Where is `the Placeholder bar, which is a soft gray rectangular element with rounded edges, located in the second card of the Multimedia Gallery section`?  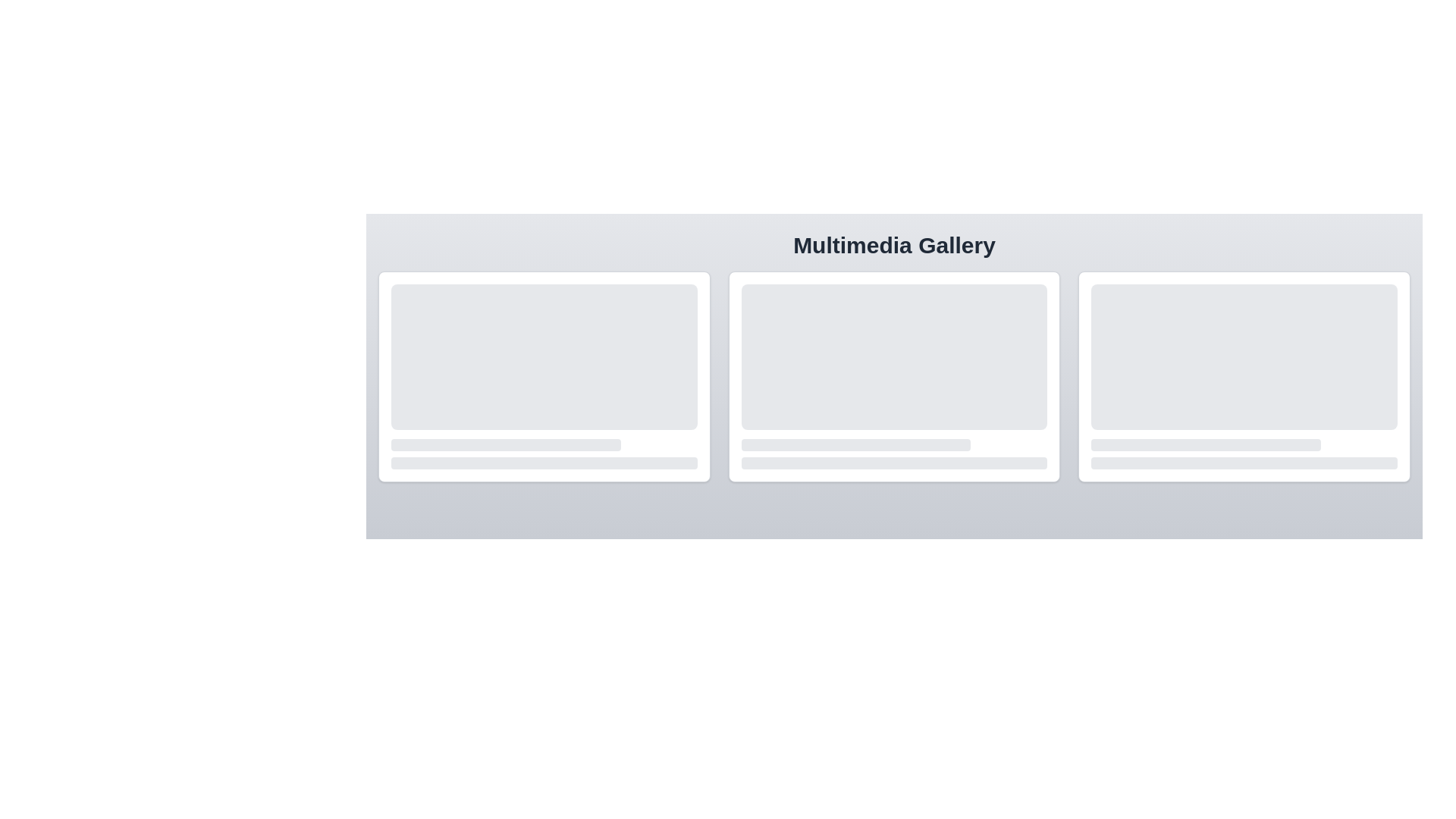
the Placeholder bar, which is a soft gray rectangular element with rounded edges, located in the second card of the Multimedia Gallery section is located at coordinates (855, 444).